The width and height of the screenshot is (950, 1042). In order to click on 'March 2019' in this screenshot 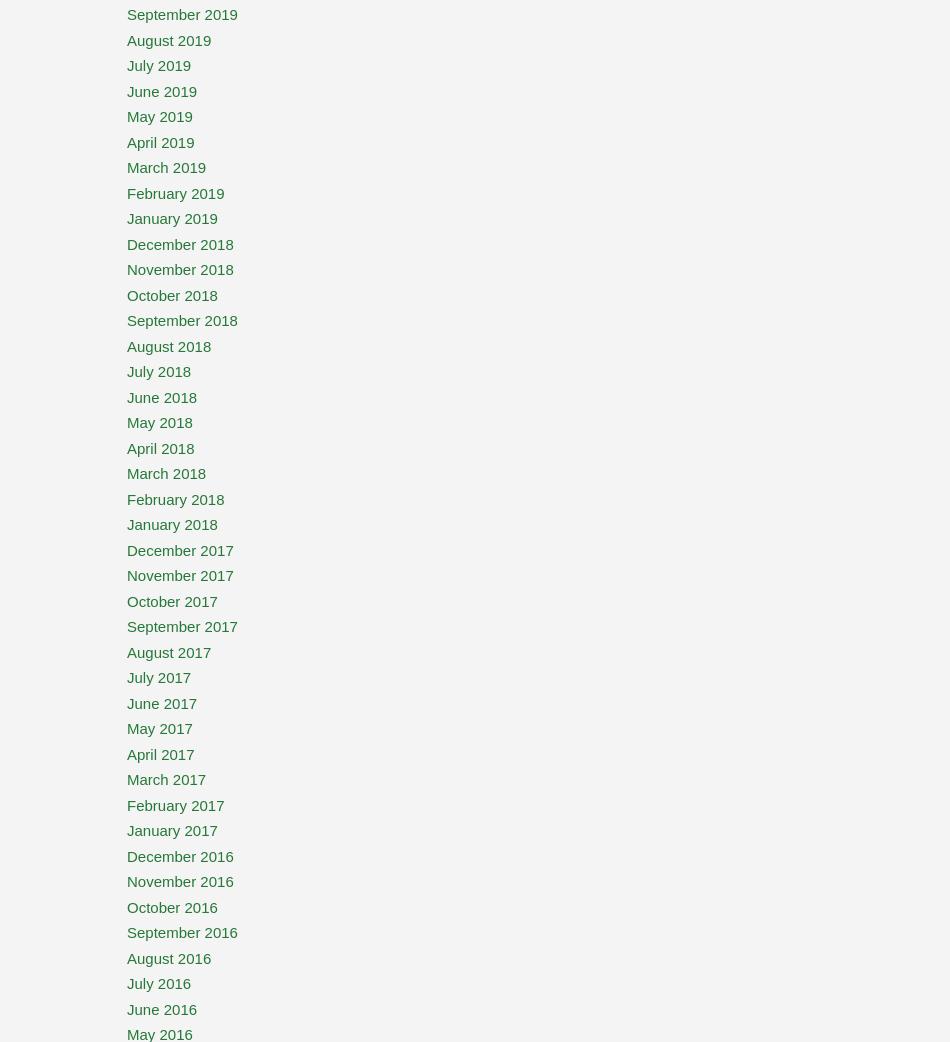, I will do `click(166, 167)`.